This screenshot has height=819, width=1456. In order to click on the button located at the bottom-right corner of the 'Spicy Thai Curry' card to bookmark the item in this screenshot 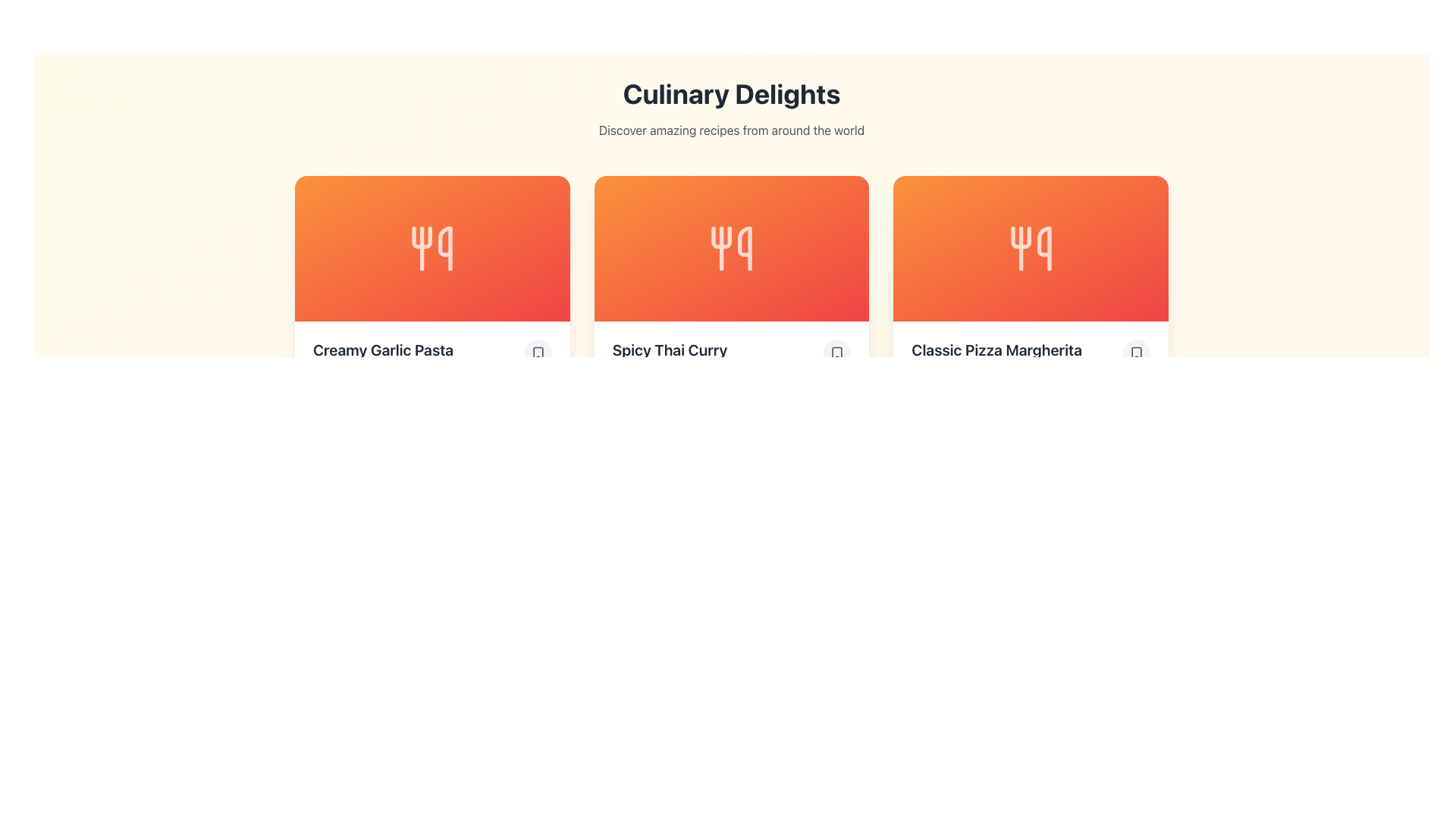, I will do `click(836, 353)`.